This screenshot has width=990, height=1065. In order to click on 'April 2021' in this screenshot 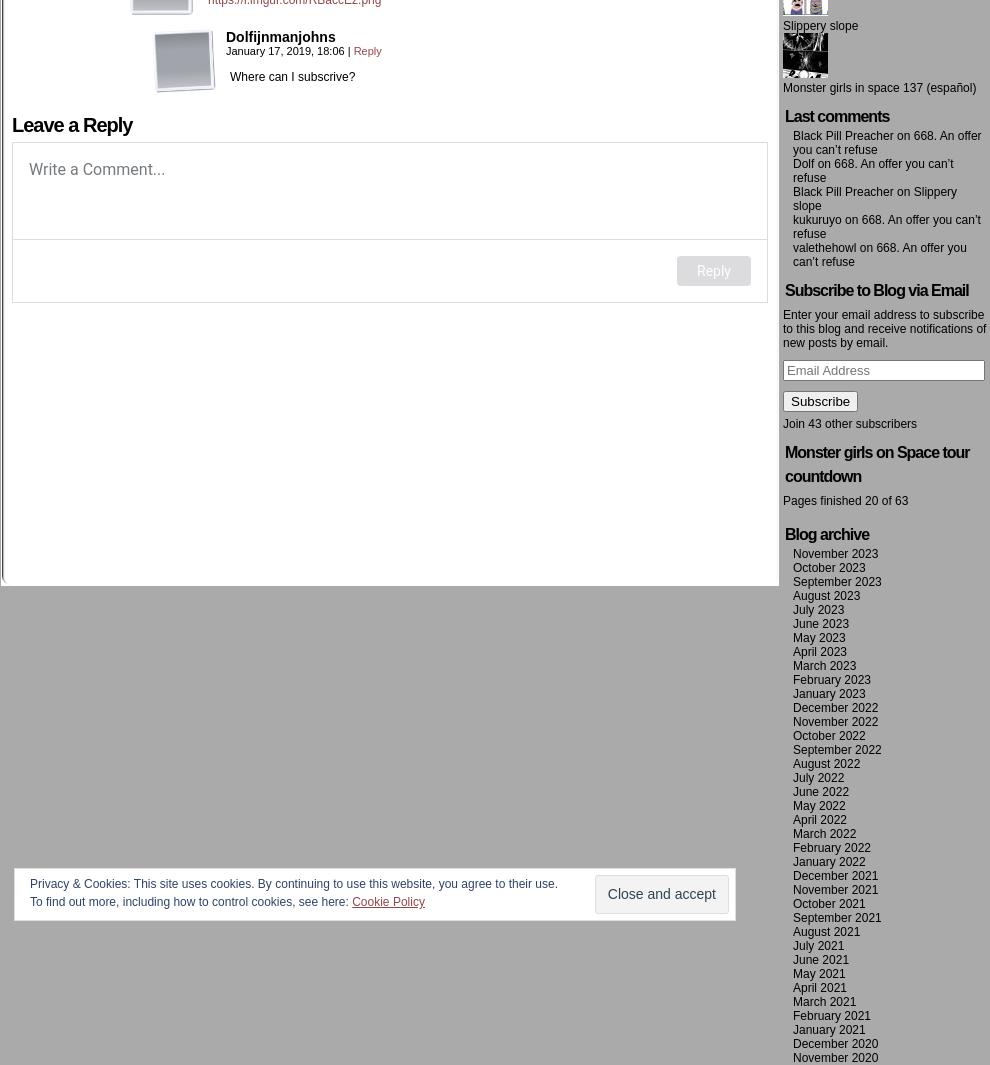, I will do `click(792, 988)`.